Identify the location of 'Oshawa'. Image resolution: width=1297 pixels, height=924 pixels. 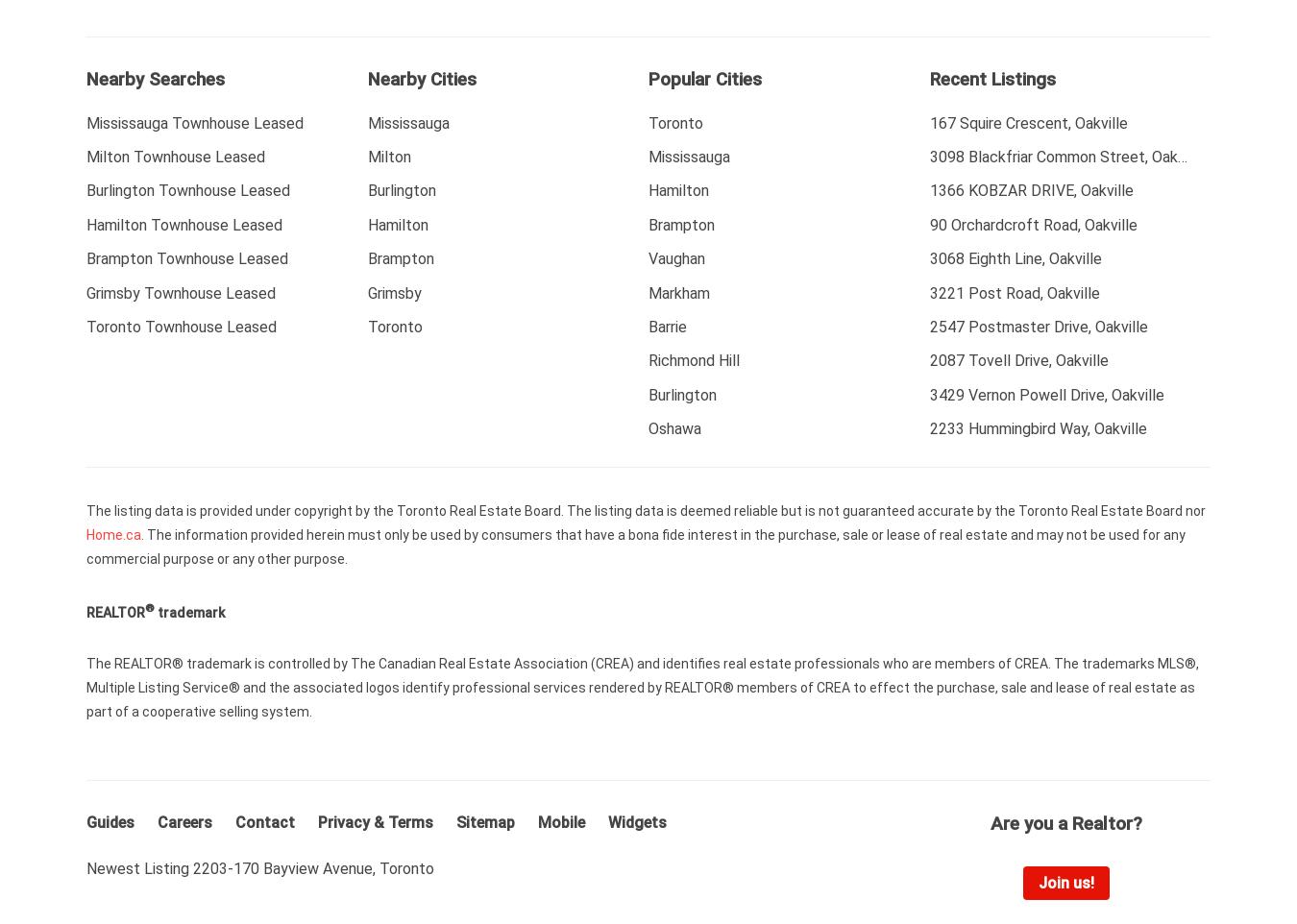
(673, 427).